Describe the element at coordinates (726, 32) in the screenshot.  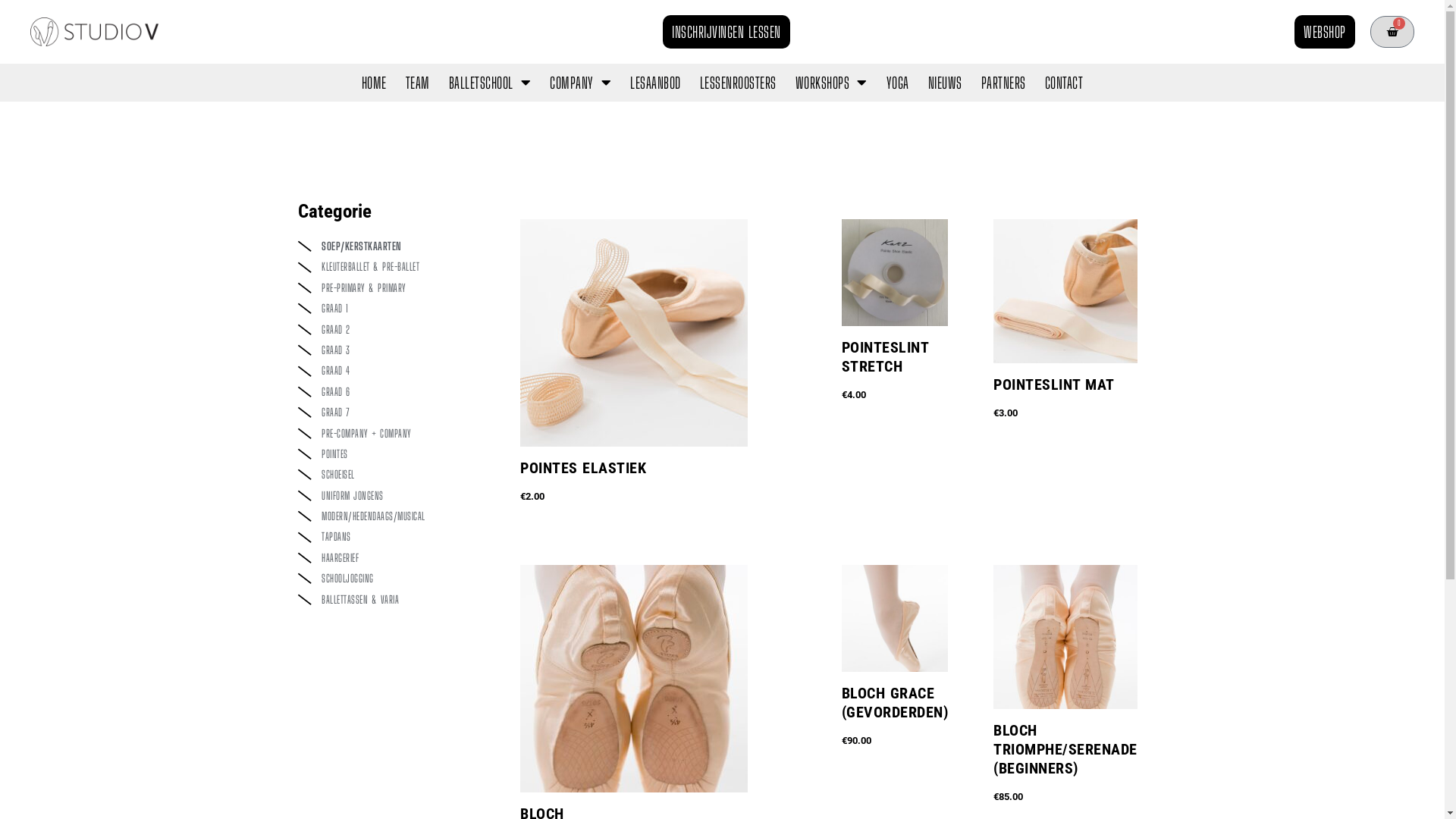
I see `'INSCHRIJVINGEN LESSEN'` at that location.